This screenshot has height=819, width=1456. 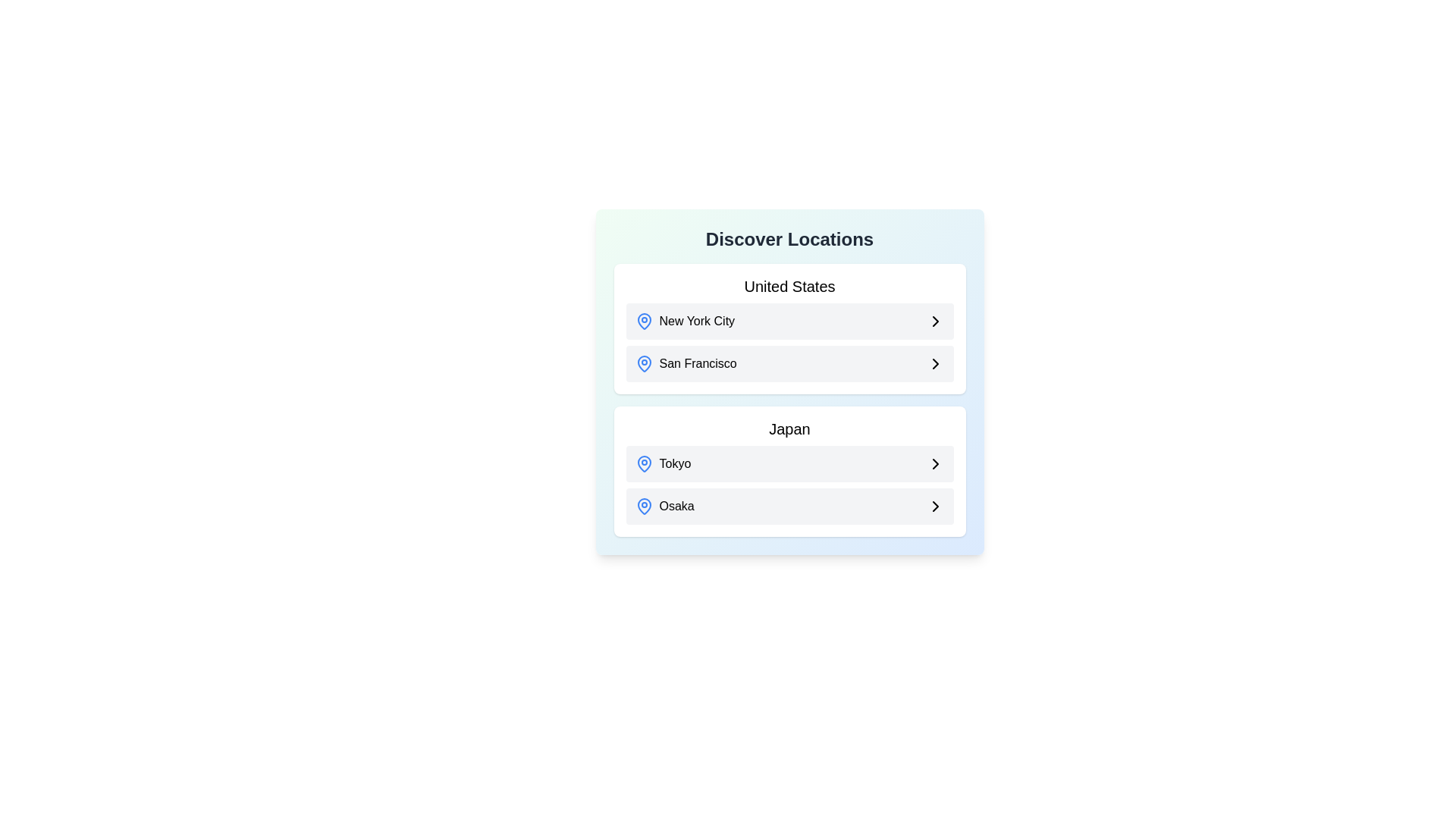 I want to click on the blue map pin icon positioned before the text label 'New York City' in the list of locations under 'United States', so click(x=644, y=321).